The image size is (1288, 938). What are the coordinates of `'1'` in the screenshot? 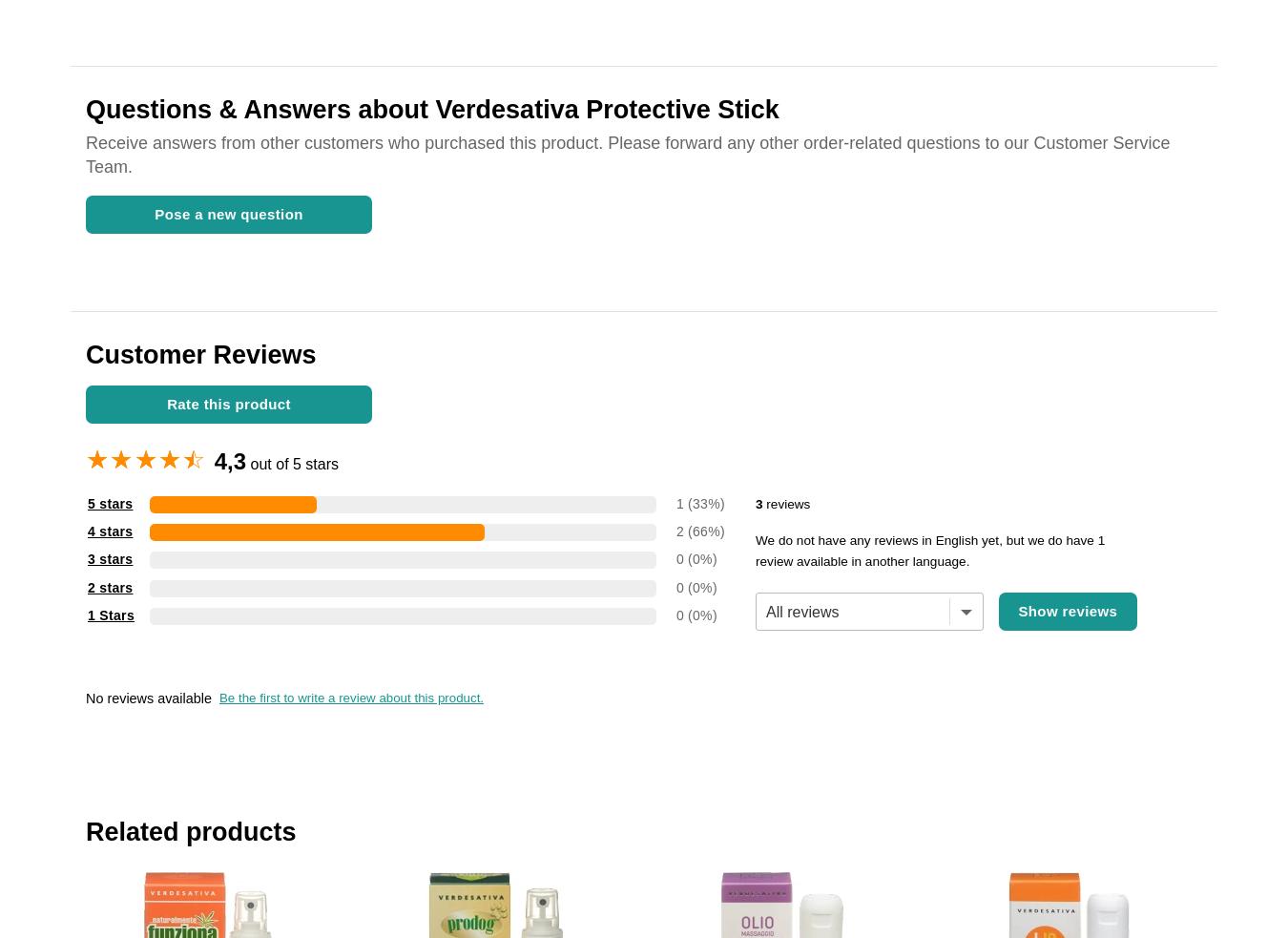 It's located at (674, 503).